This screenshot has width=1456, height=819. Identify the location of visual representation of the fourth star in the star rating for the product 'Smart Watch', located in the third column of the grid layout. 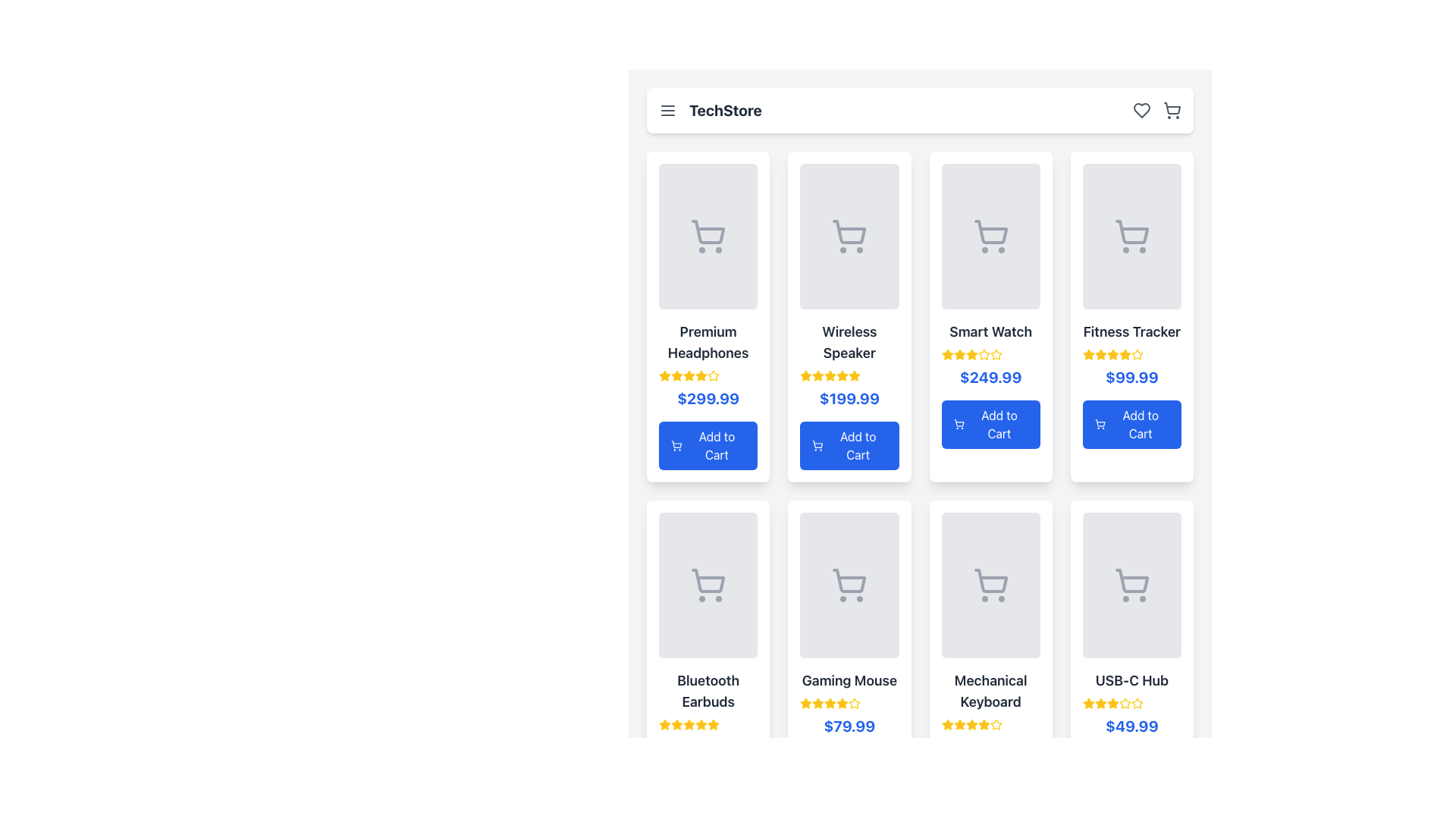
(971, 354).